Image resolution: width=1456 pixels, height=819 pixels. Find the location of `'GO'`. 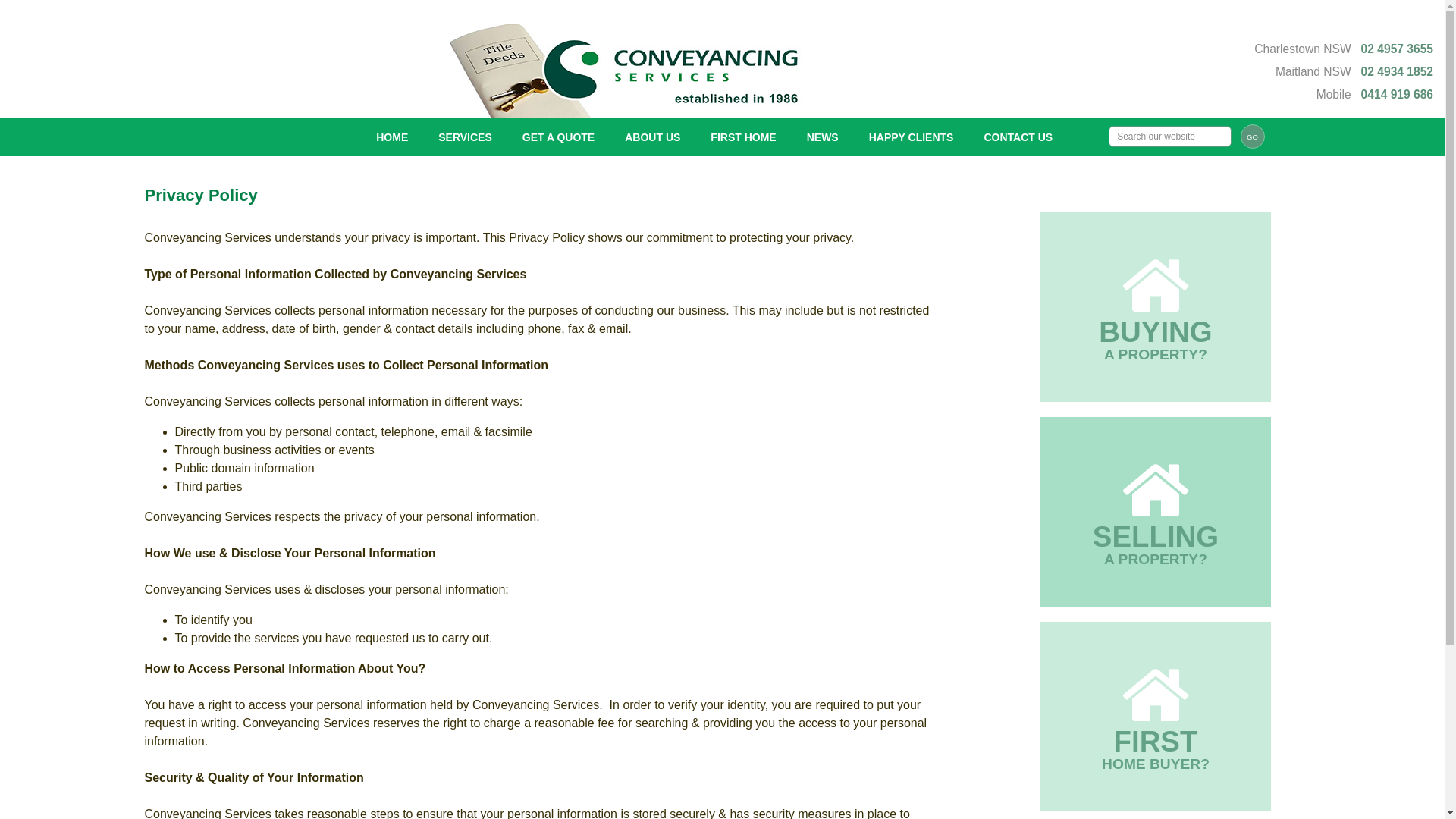

'GO' is located at coordinates (1252, 136).